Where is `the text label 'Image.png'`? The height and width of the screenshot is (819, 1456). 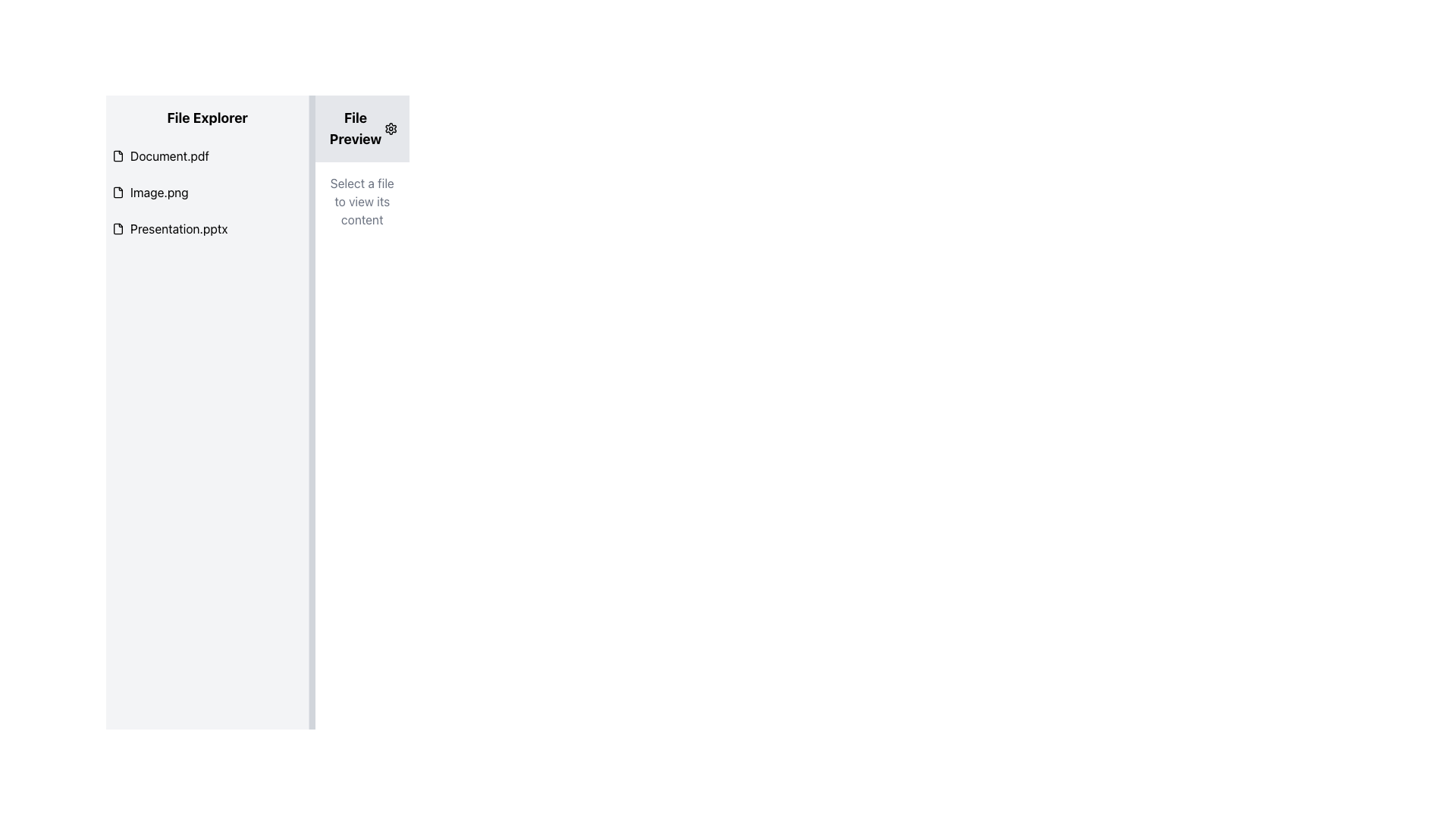 the text label 'Image.png' is located at coordinates (159, 192).